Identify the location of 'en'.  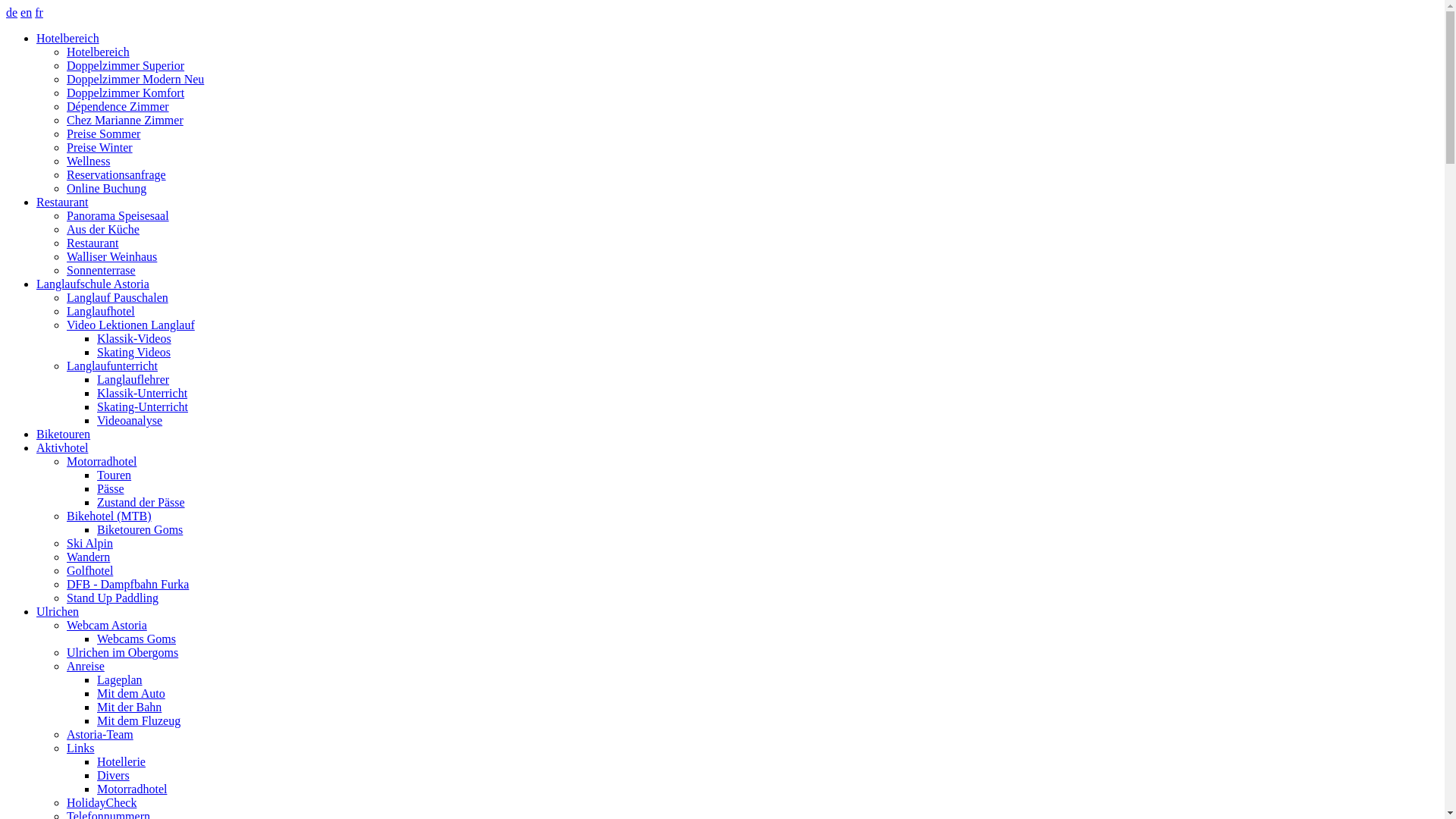
(26, 12).